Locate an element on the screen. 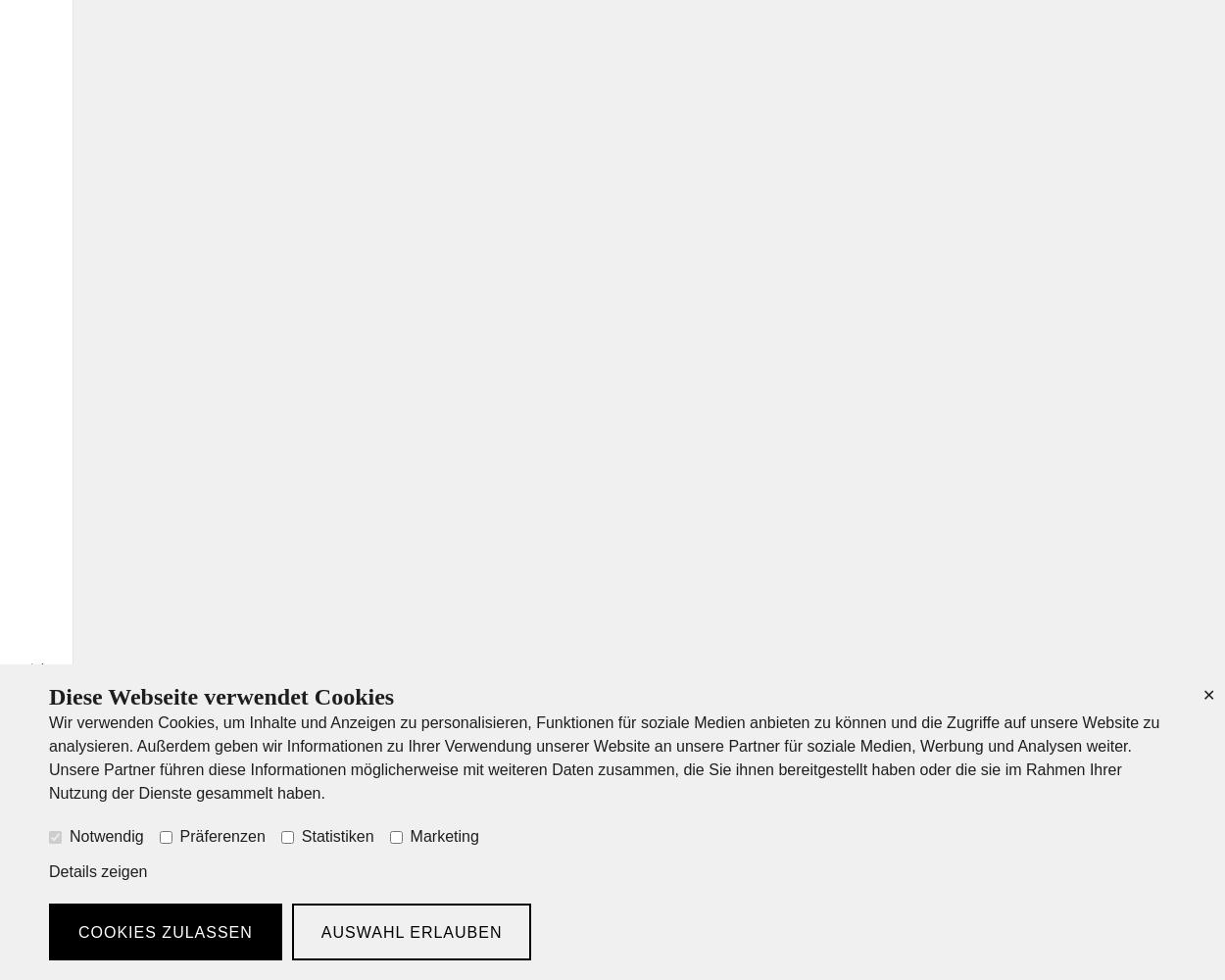  'Details zeigen' is located at coordinates (97, 871).